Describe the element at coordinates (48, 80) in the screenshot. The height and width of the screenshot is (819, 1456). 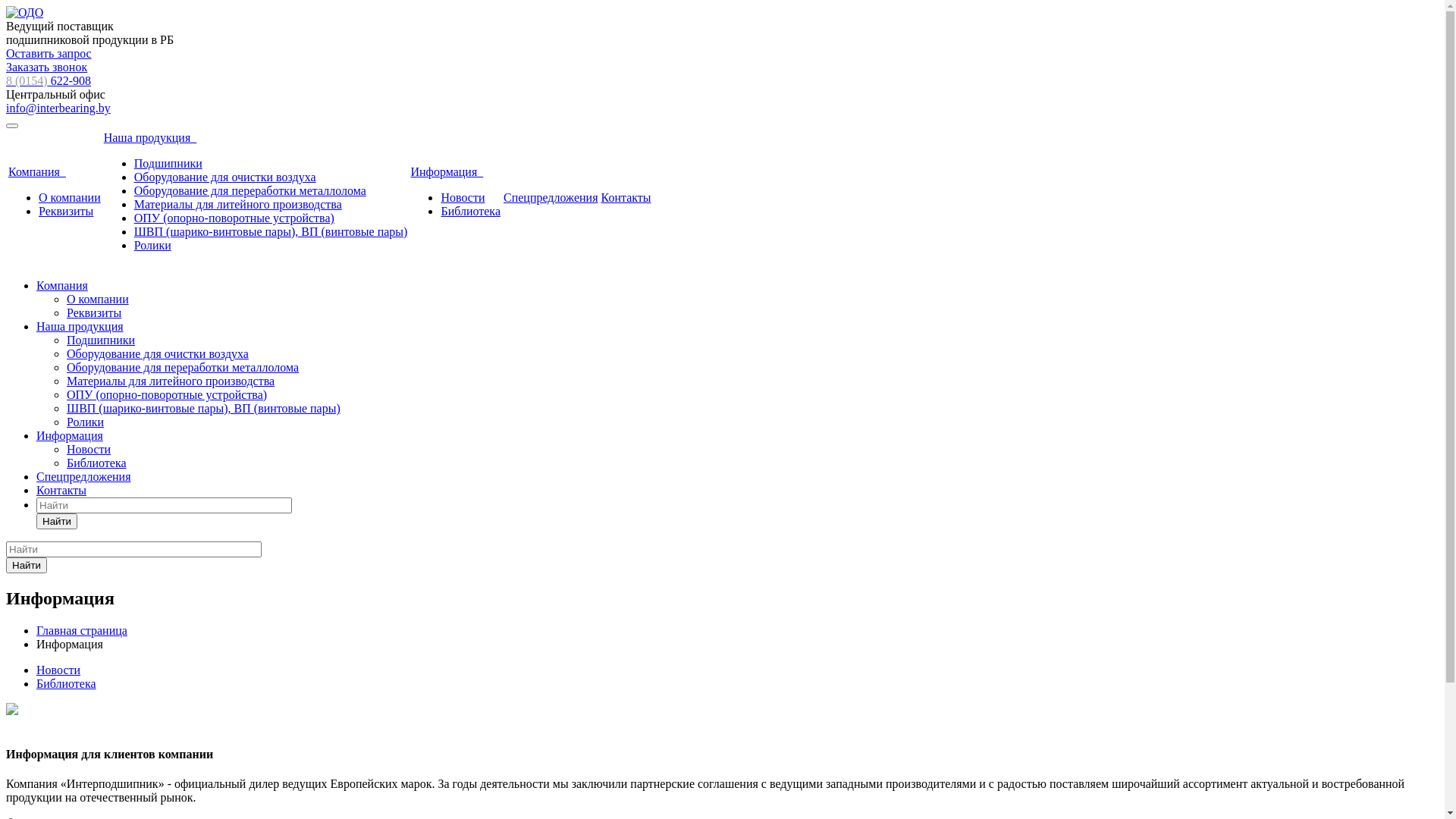
I see `'8 (0154) 622-908'` at that location.